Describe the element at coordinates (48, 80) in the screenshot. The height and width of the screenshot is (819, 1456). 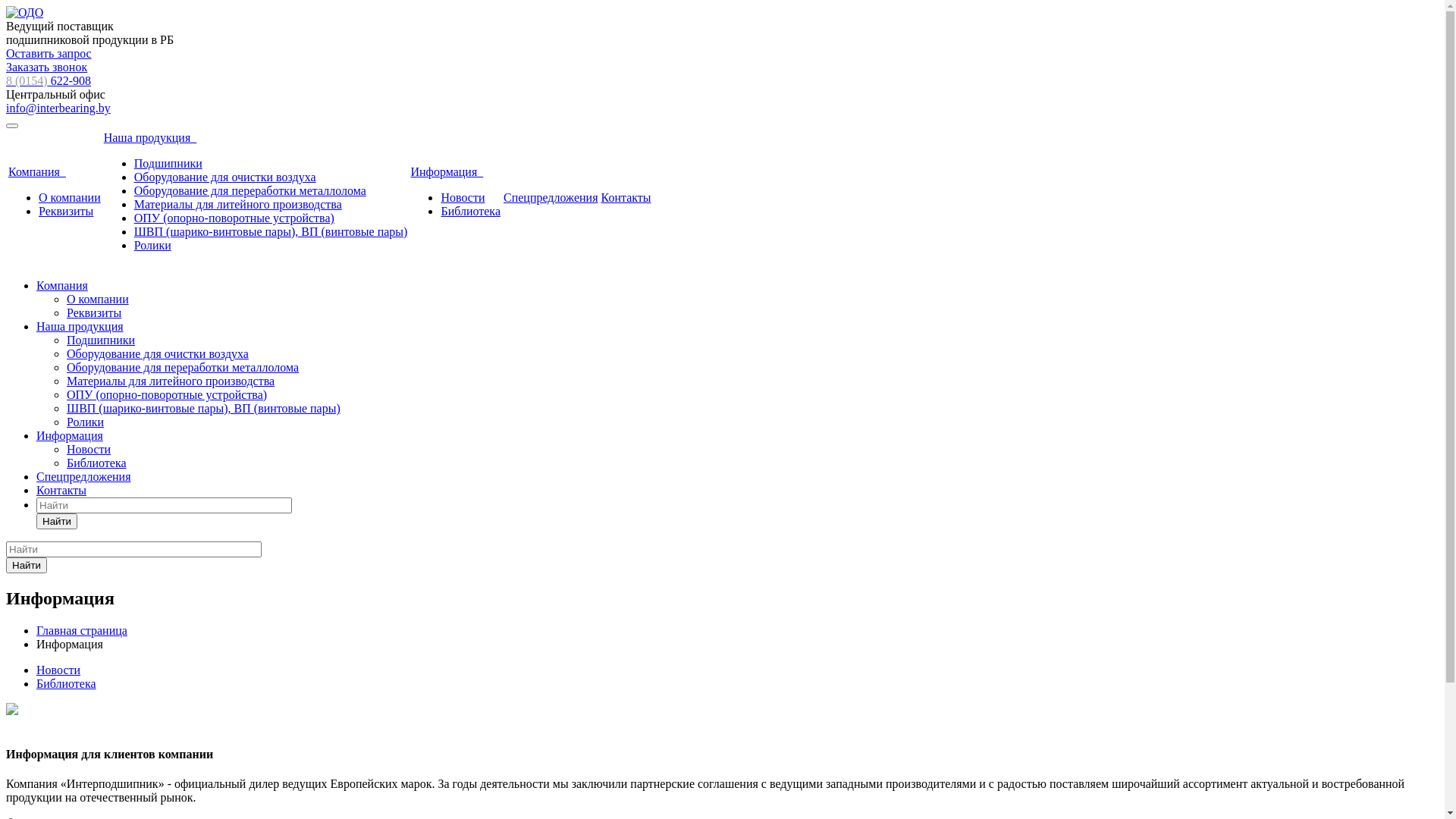
I see `'8 (0154) 622-908'` at that location.